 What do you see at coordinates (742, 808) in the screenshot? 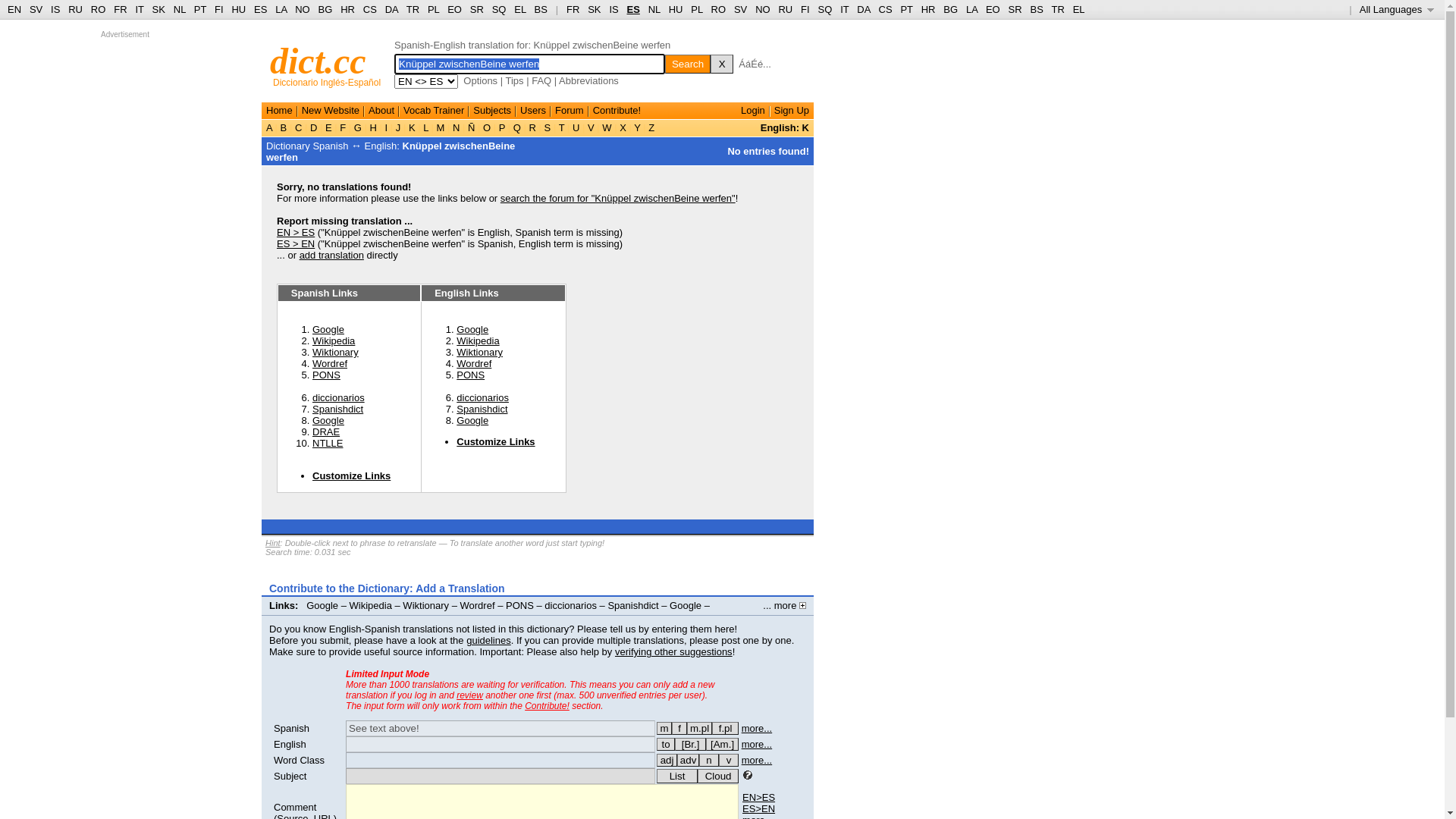
I see `'ES>EN'` at bounding box center [742, 808].